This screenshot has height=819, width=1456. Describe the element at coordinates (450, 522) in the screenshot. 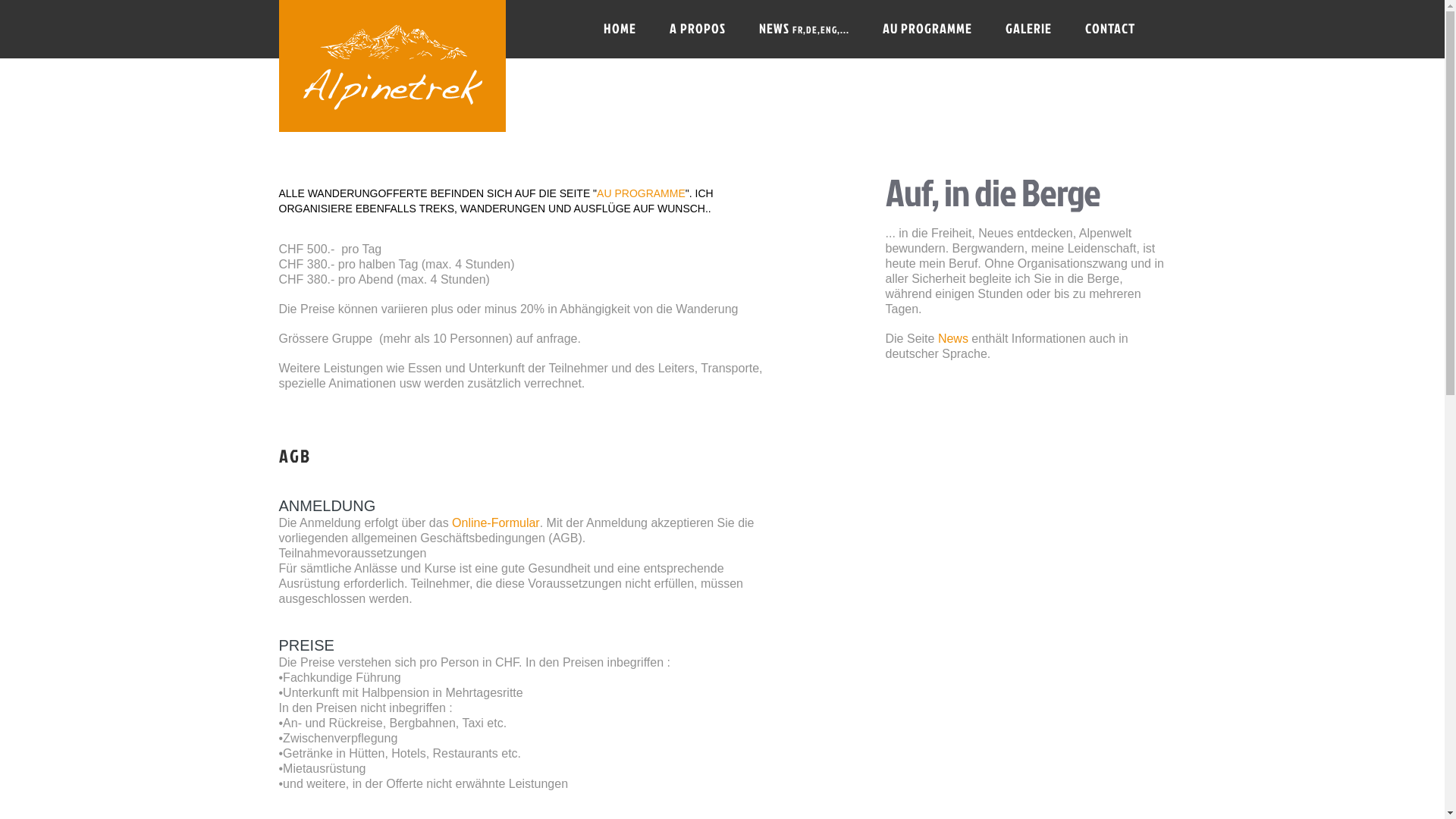

I see `'Online-Formular'` at that location.